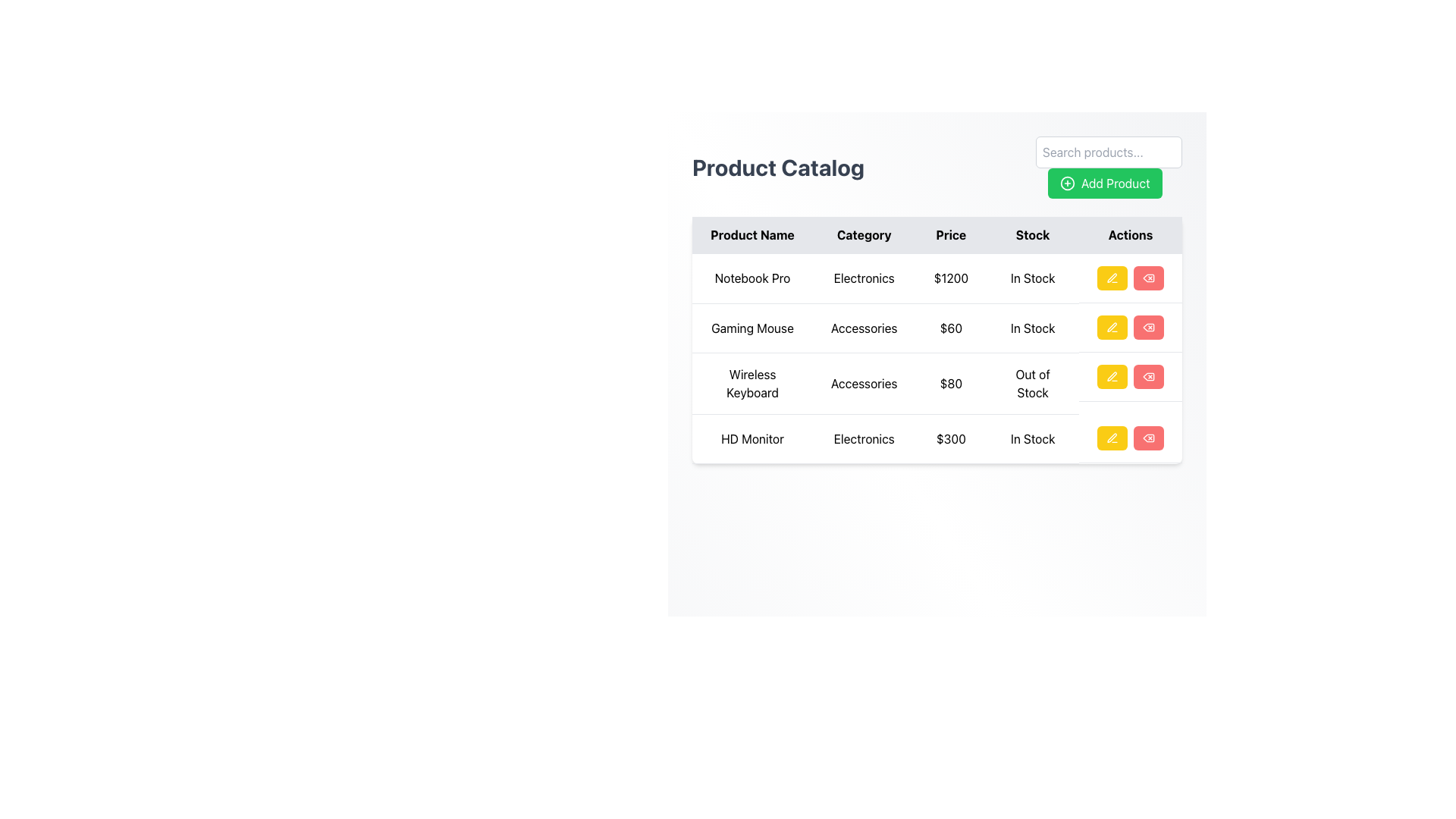 The height and width of the screenshot is (819, 1456). Describe the element at coordinates (752, 235) in the screenshot. I see `the 'Product Name' text label, which is the first column header in a table, displayed in bold black font against a light gray background` at that location.